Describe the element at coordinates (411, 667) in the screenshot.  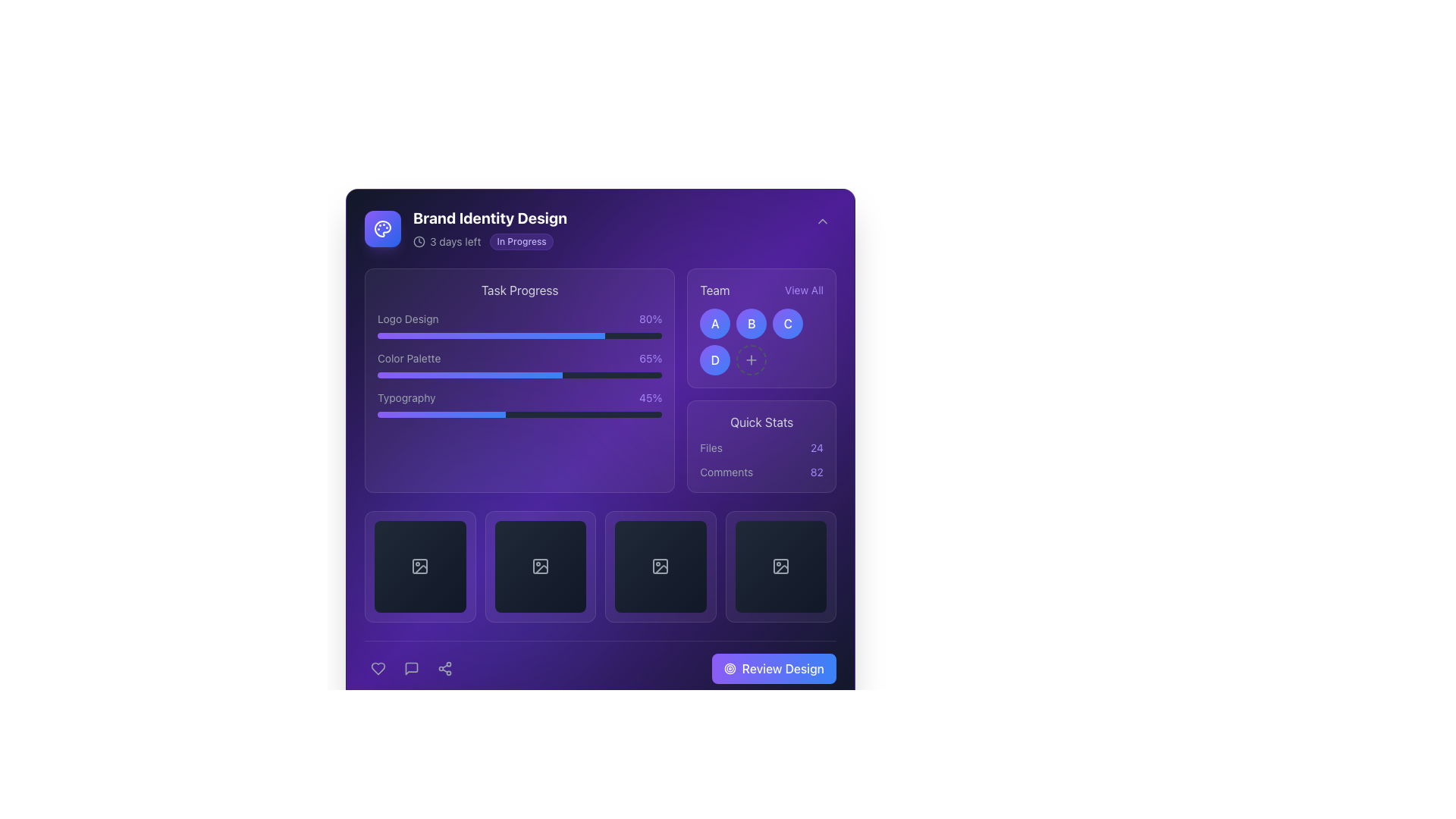
I see `the speech bubble icon located in the lower center of the interface` at that location.